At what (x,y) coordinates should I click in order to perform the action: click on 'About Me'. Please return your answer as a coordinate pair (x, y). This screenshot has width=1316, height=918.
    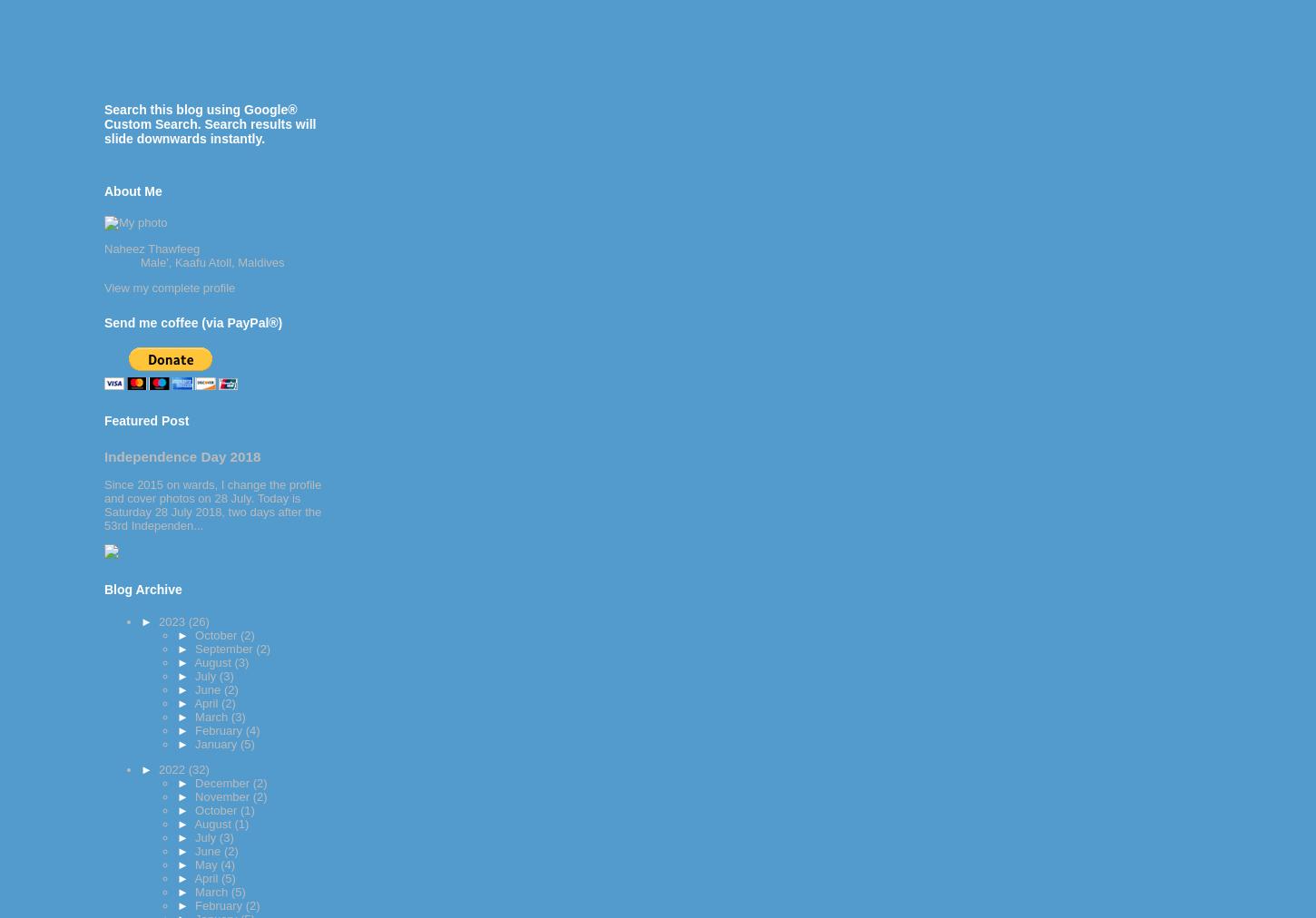
    Looking at the image, I should click on (103, 190).